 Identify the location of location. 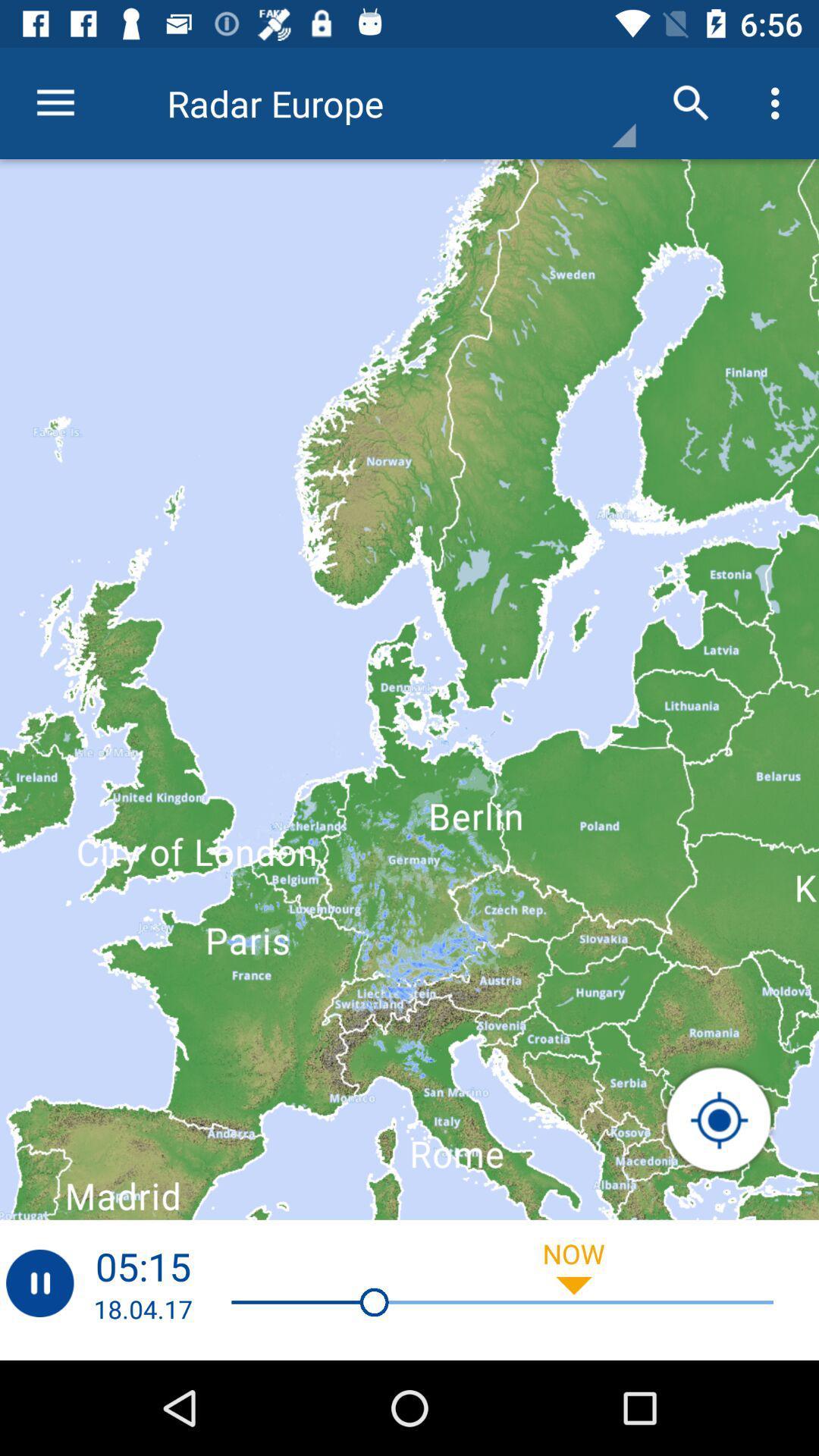
(718, 1120).